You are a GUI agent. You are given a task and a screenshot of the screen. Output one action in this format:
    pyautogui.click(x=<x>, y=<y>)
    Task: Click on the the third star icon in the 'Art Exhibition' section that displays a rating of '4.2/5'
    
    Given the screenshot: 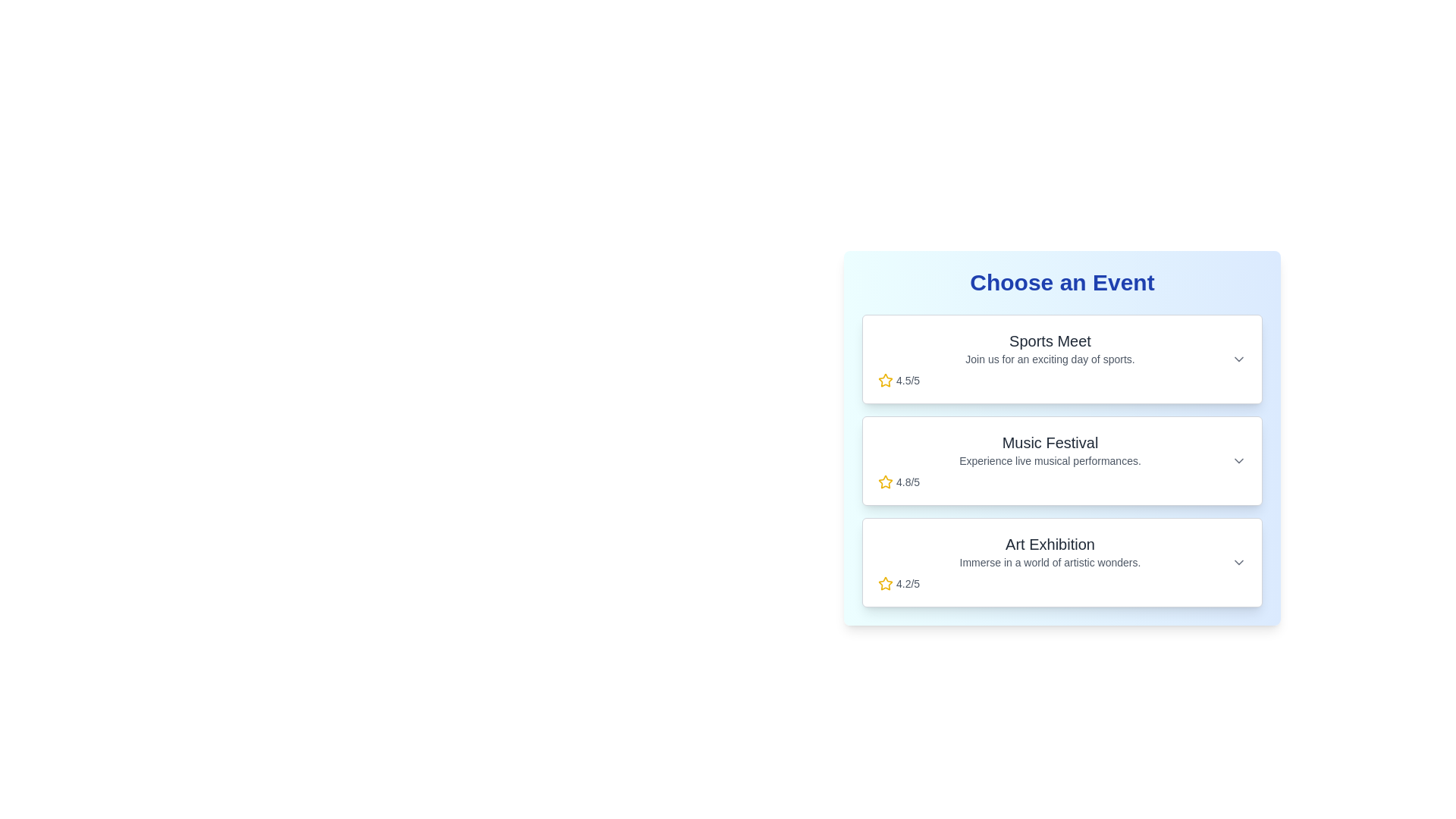 What is the action you would take?
    pyautogui.click(x=885, y=582)
    